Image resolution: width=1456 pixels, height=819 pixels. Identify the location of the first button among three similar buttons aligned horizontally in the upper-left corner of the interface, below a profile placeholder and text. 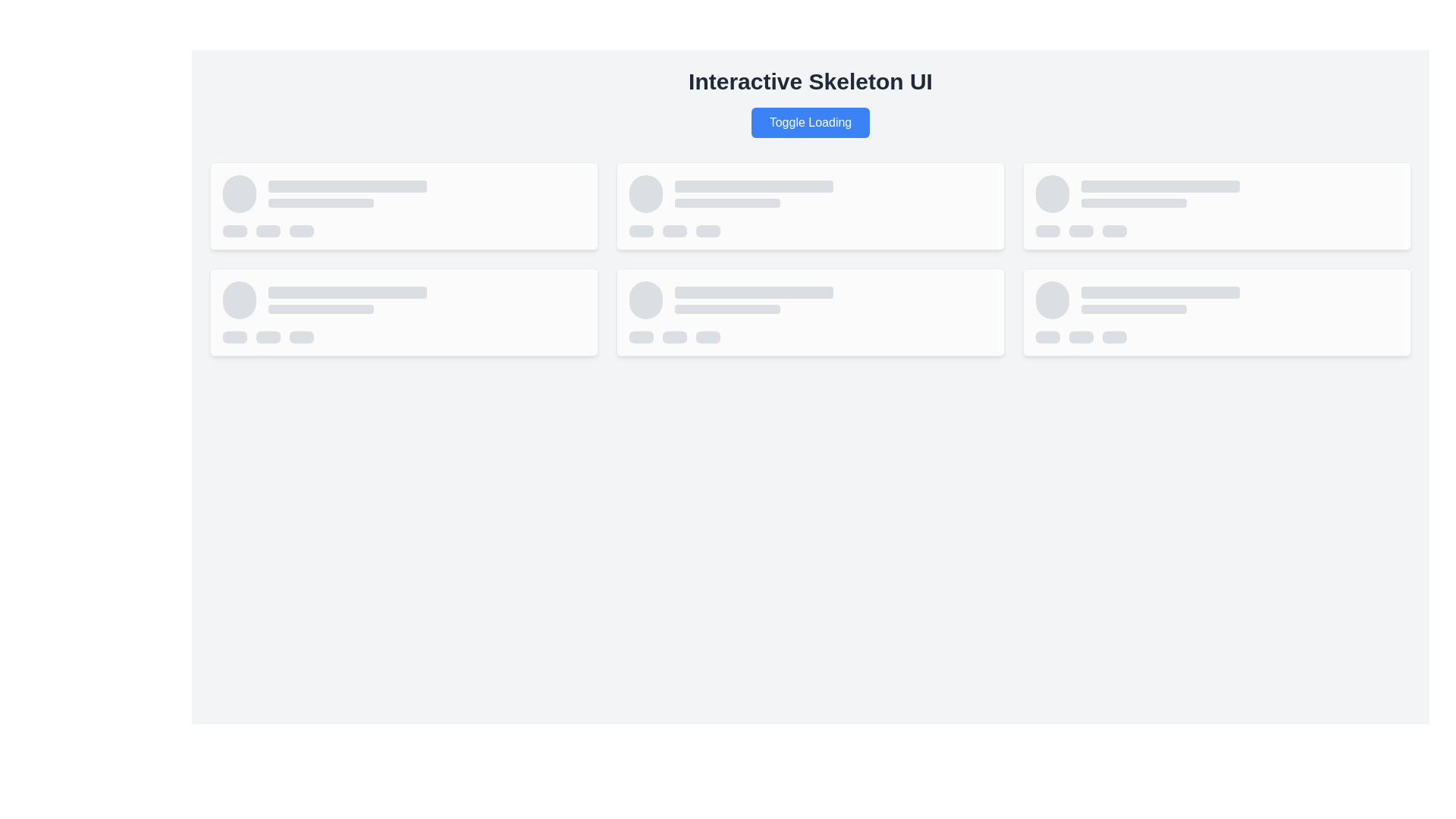
(234, 231).